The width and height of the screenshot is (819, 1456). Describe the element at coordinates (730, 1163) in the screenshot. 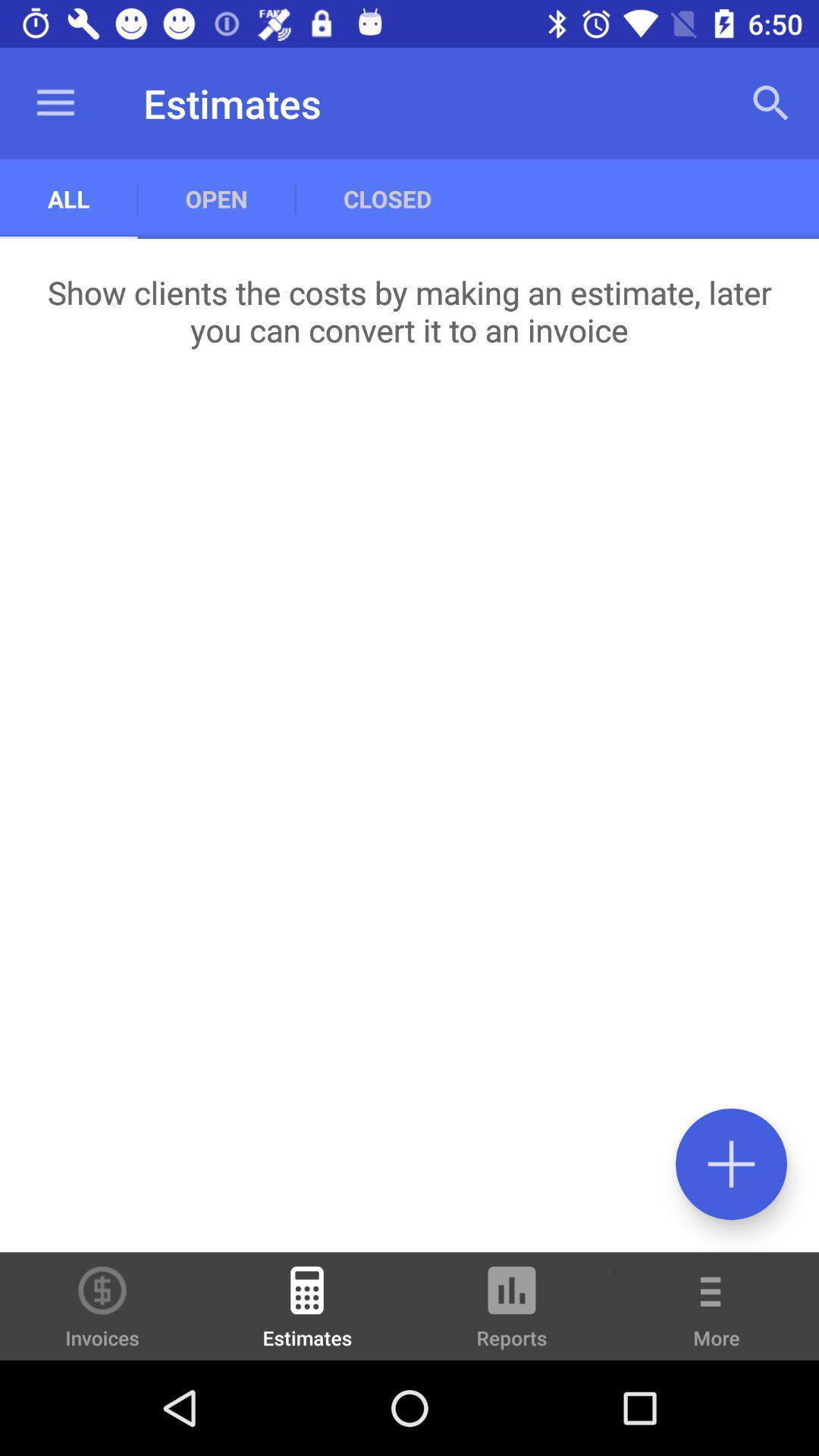

I see `the add icon` at that location.